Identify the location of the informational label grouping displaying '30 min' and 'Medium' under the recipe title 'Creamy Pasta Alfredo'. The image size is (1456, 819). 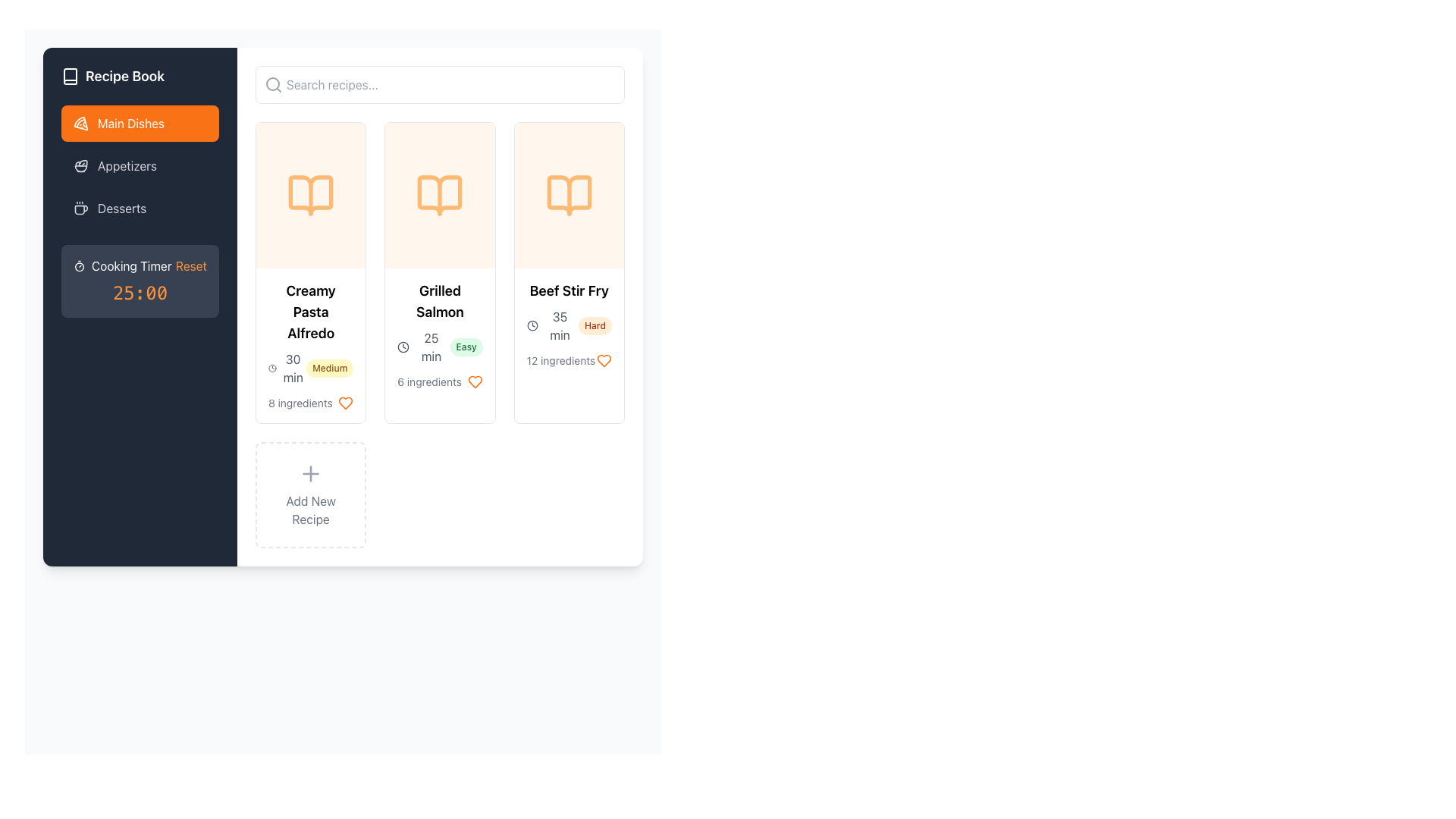
(310, 369).